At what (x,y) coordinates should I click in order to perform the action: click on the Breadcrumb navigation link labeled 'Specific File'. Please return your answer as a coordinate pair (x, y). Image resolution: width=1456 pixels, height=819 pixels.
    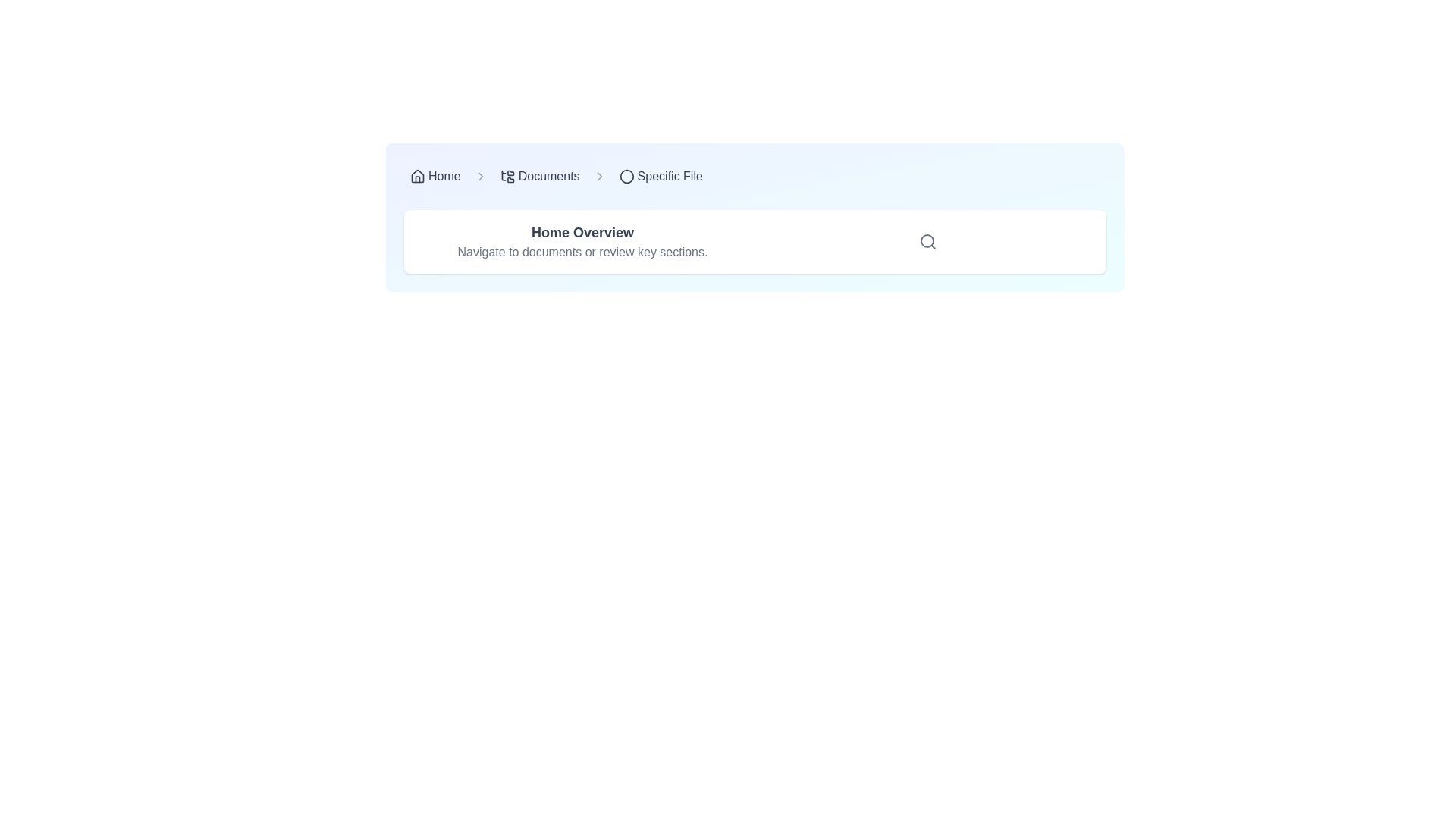
    Looking at the image, I should click on (661, 175).